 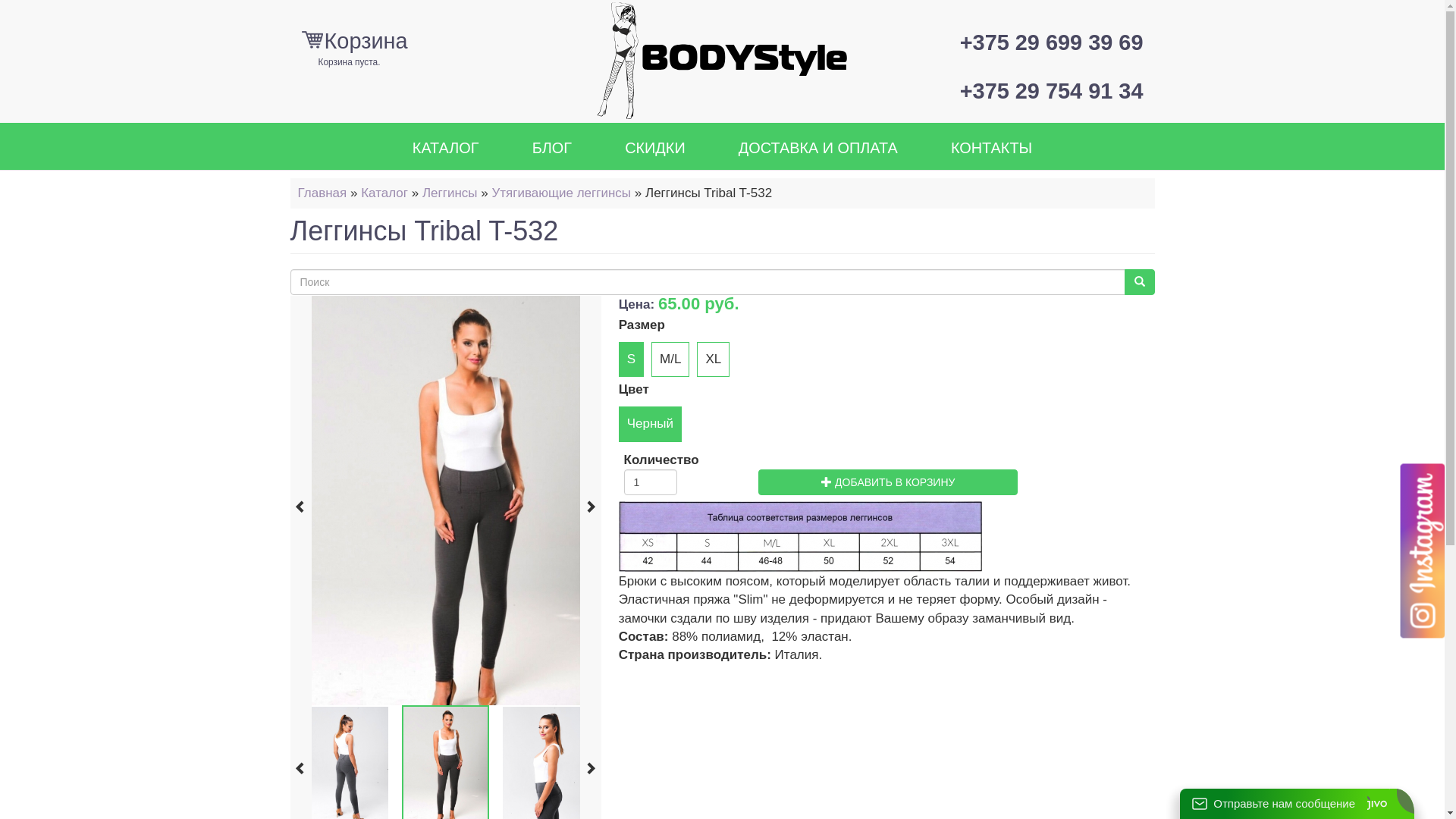 I want to click on 'liekninancios-timpos-kelnes-tribal-2-1000x1194.jpg', so click(x=461, y=500).